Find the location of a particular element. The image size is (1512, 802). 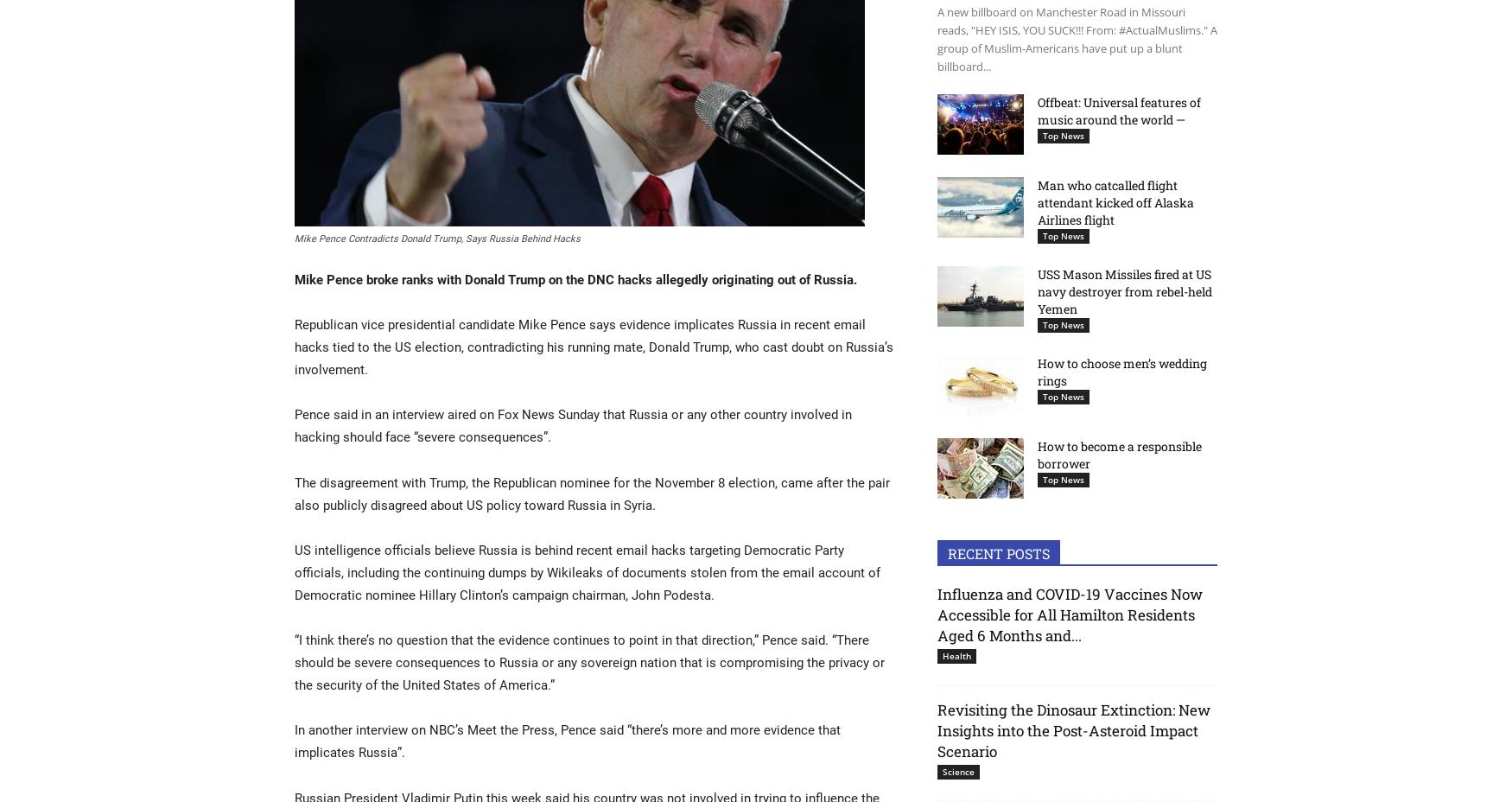

'Mike Pence broke ranks with Donald Trump on the DNC hacks allegedly originating out of Russia.' is located at coordinates (295, 278).